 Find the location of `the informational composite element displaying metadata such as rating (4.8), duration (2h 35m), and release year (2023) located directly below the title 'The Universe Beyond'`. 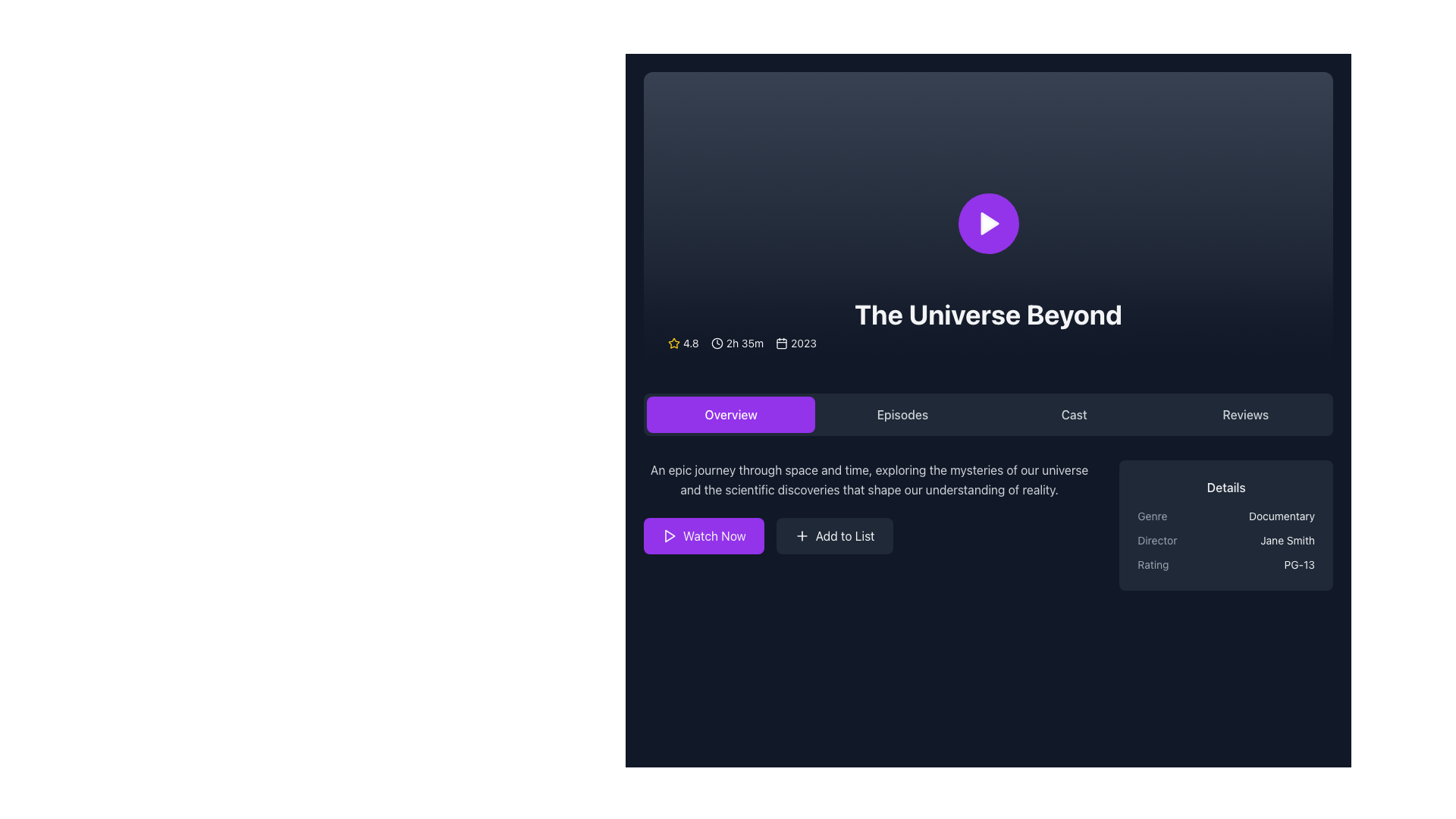

the informational composite element displaying metadata such as rating (4.8), duration (2h 35m), and release year (2023) located directly below the title 'The Universe Beyond' is located at coordinates (988, 343).